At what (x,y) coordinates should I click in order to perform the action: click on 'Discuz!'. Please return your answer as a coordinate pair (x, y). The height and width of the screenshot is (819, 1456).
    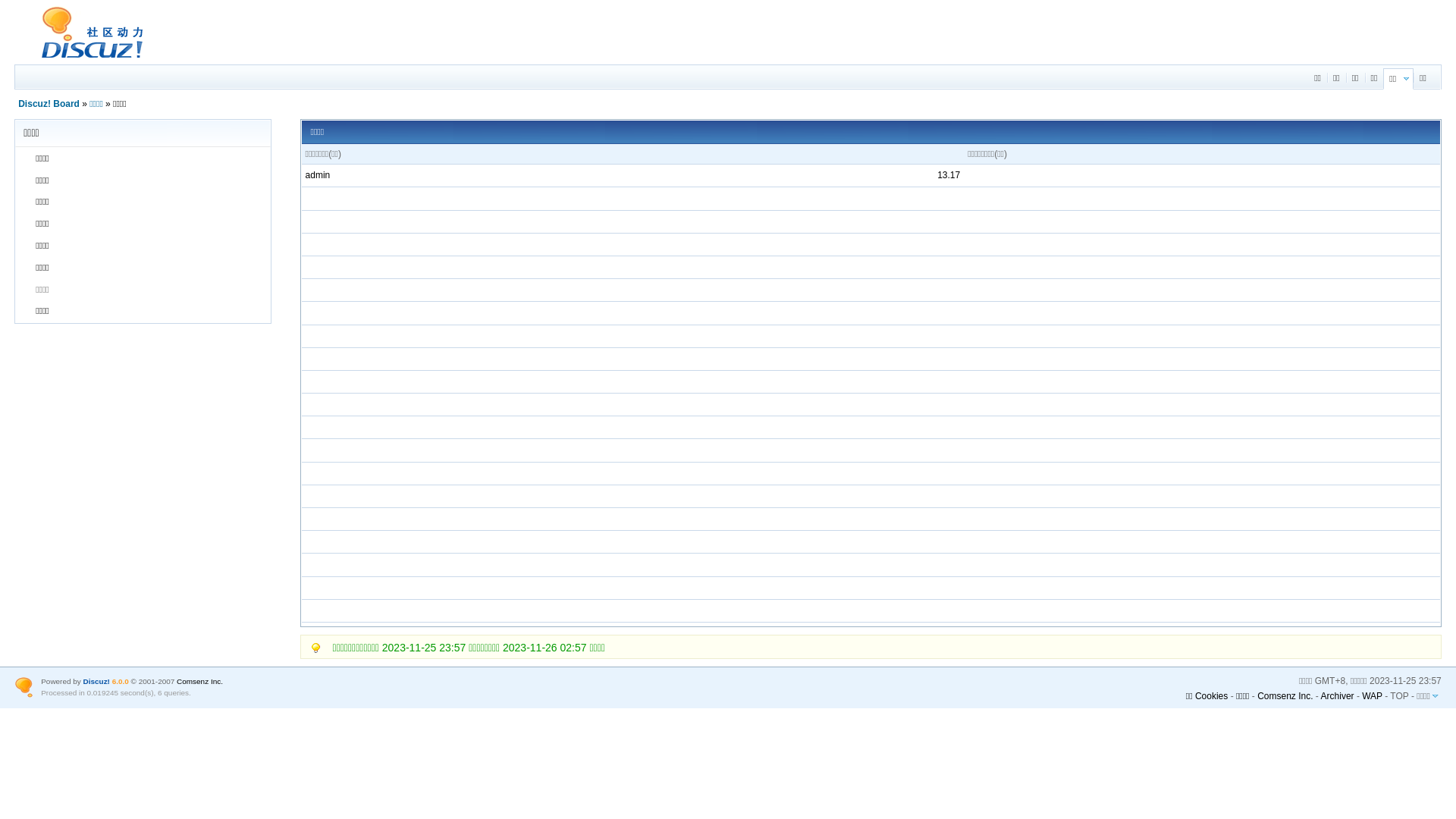
    Looking at the image, I should click on (96, 680).